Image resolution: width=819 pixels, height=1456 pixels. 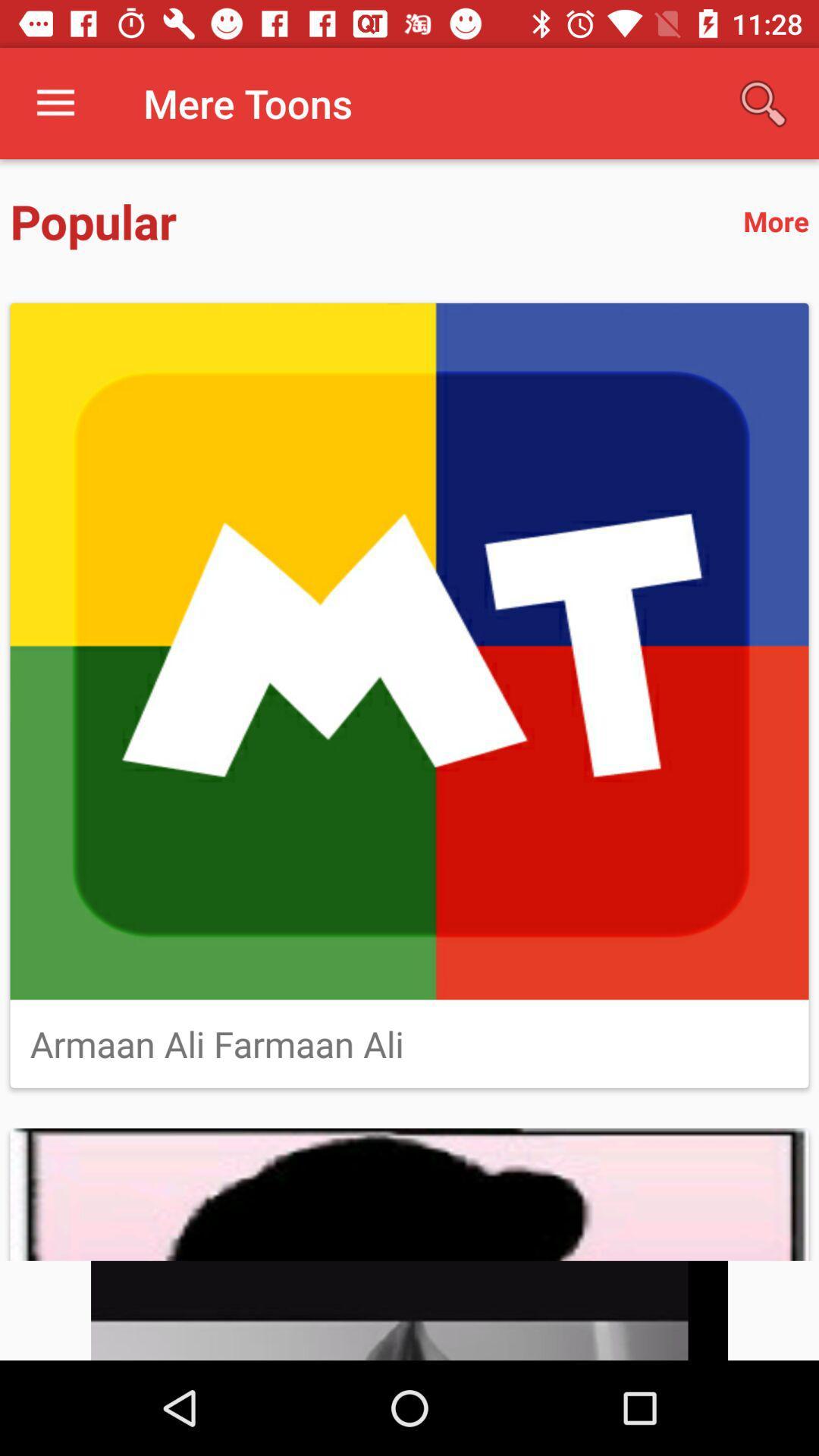 I want to click on the more, so click(x=776, y=220).